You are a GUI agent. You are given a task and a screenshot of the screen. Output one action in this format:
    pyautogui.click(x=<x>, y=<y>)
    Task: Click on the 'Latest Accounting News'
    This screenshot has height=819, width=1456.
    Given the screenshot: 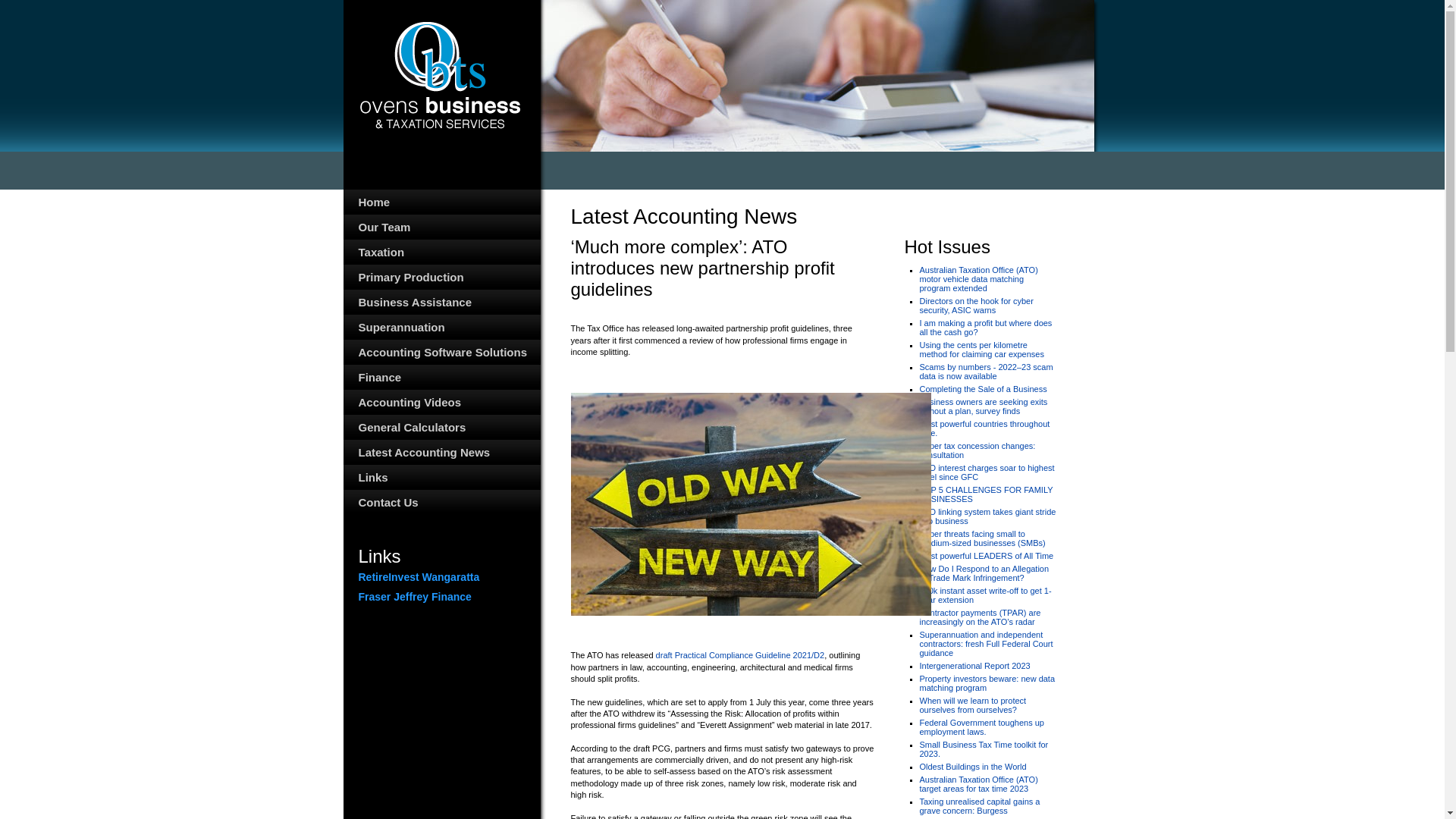 What is the action you would take?
    pyautogui.click(x=440, y=451)
    